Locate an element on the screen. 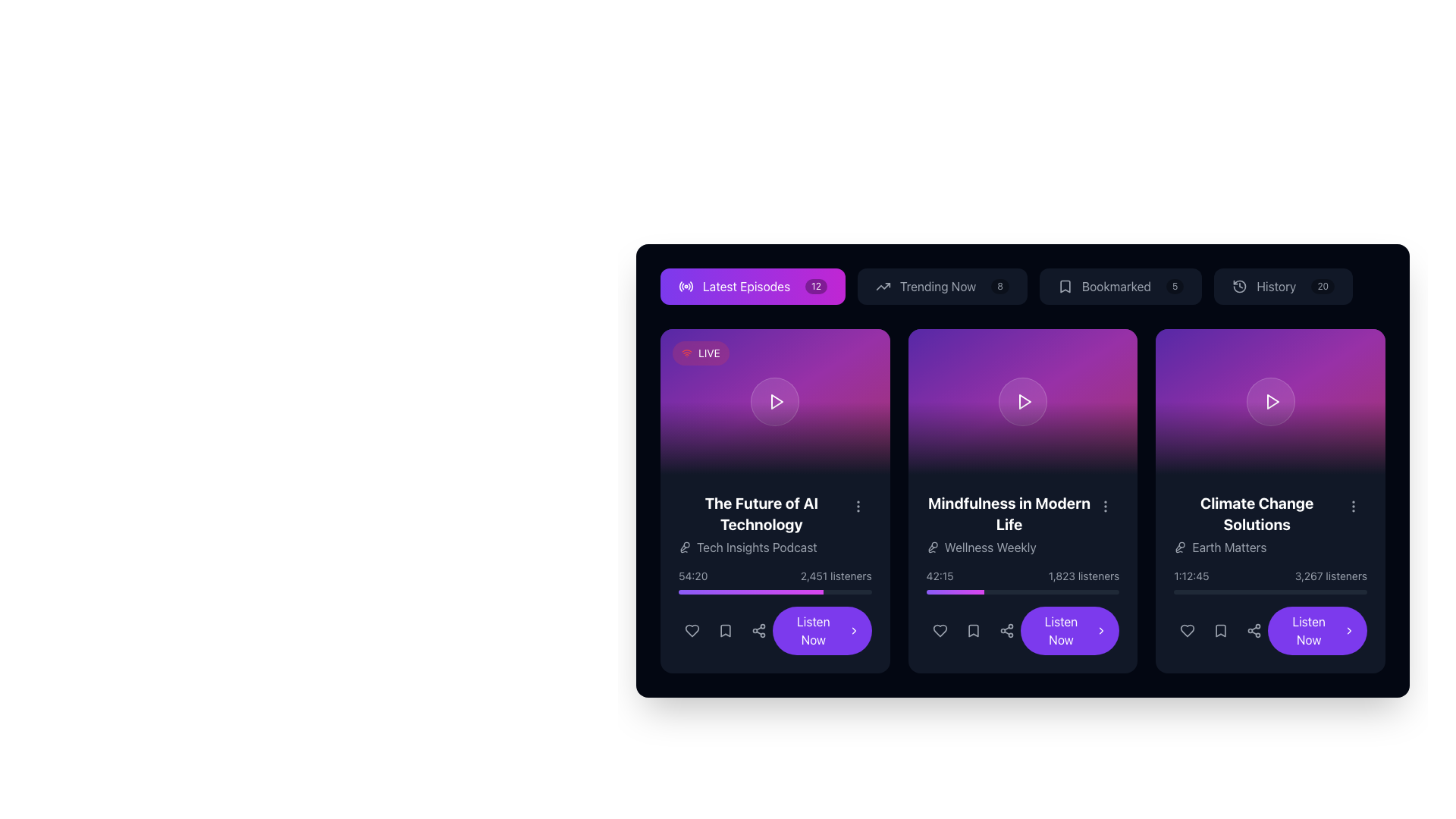  the bookmark or save icon, which is the second icon in the row under the first card is located at coordinates (724, 631).